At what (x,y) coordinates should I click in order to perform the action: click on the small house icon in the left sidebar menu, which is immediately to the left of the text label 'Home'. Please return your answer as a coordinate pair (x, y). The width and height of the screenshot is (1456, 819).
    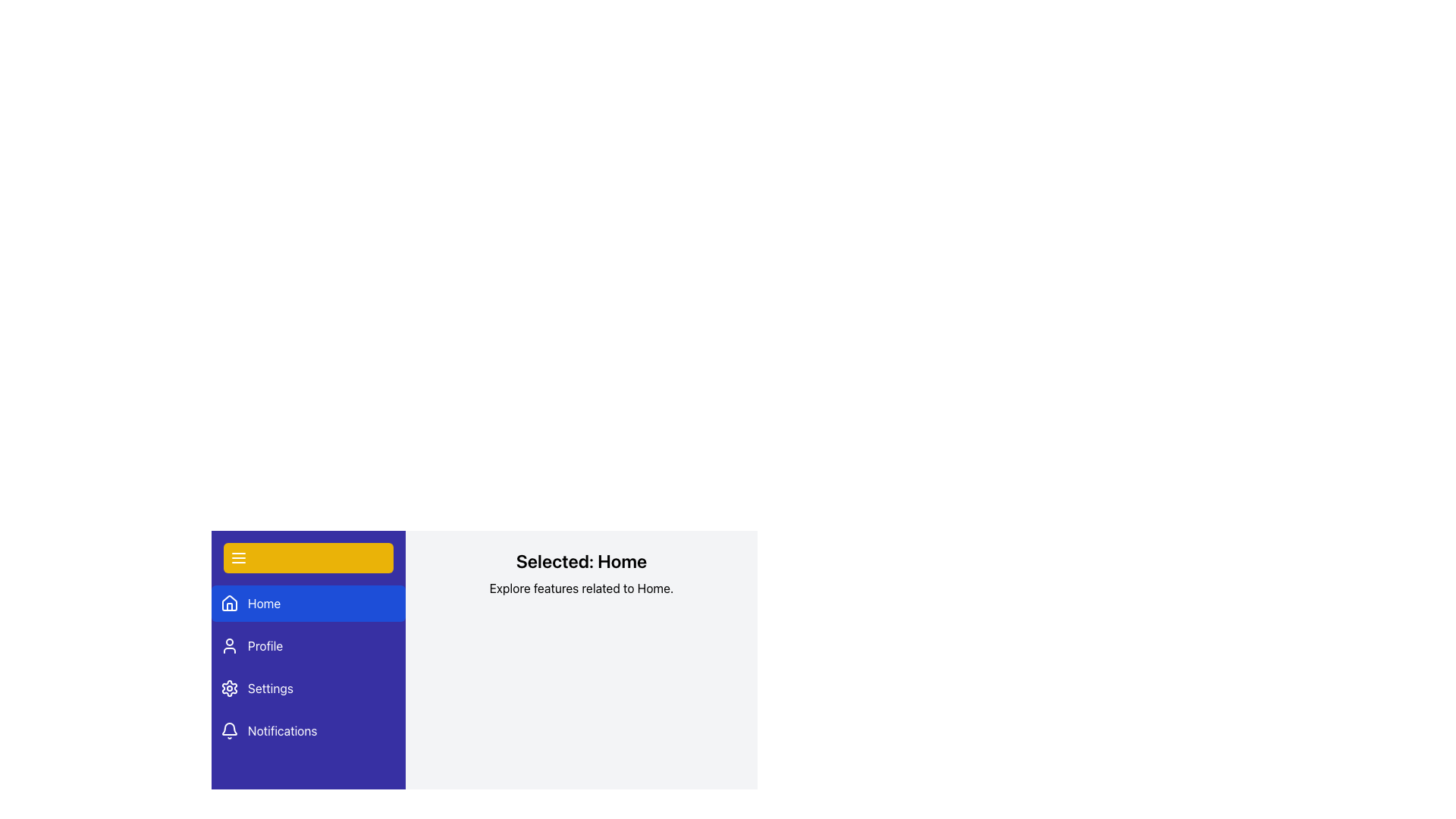
    Looking at the image, I should click on (228, 602).